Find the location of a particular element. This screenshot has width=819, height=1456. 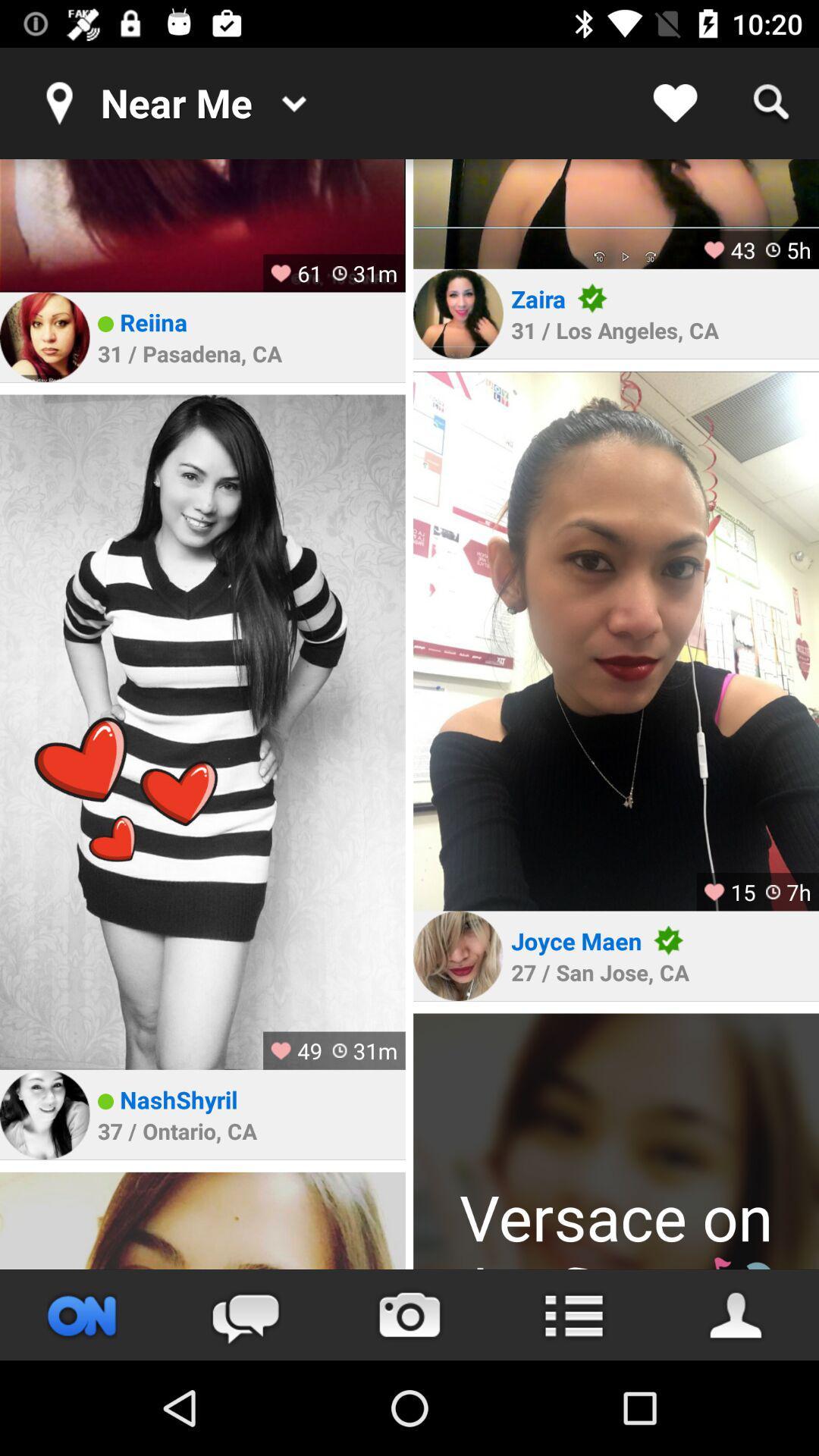

profile picture to go to person 's profile is located at coordinates (44, 1114).